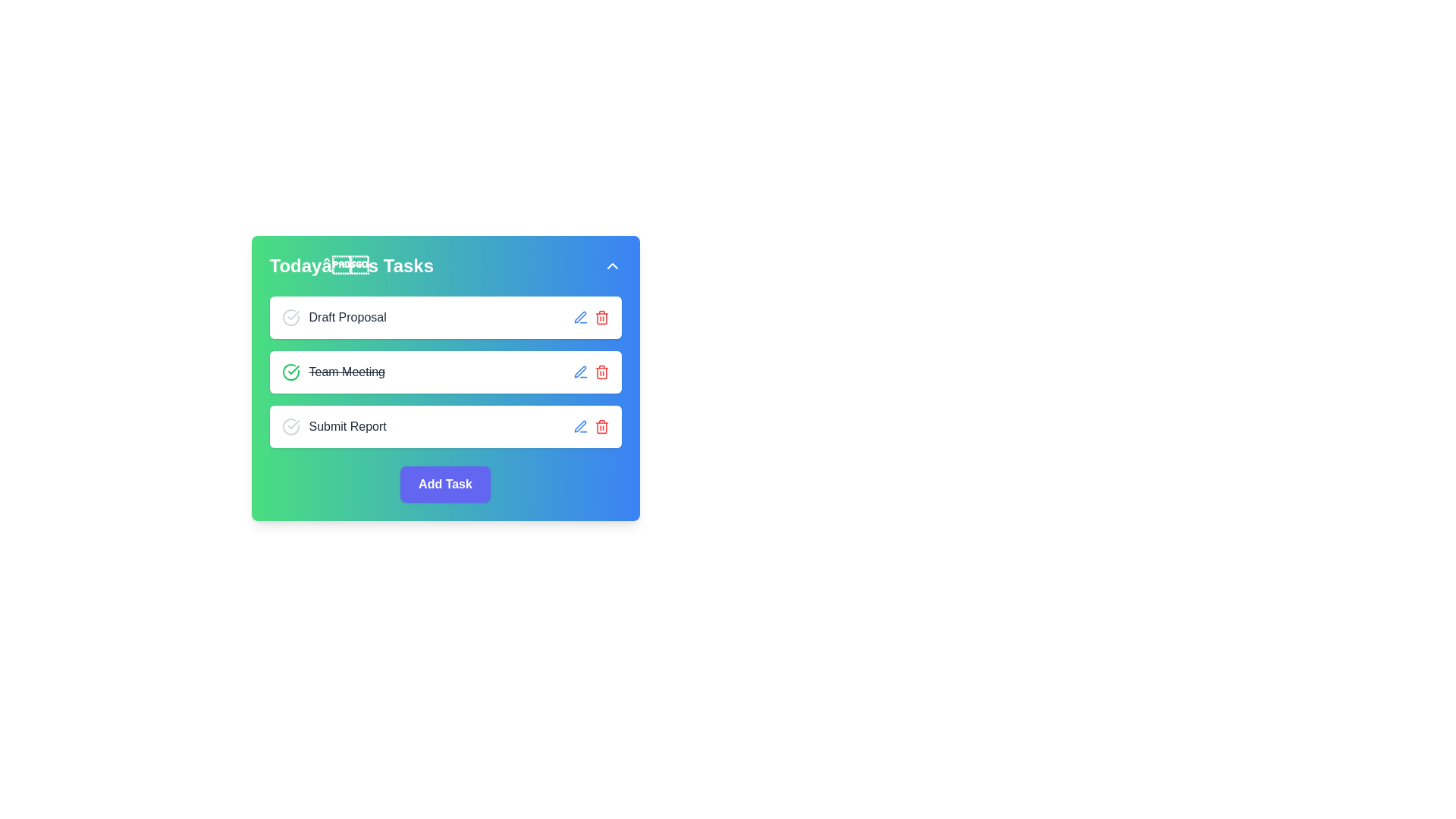  What do you see at coordinates (601, 372) in the screenshot?
I see `the delete icon button located on the right end of the second task row` at bounding box center [601, 372].